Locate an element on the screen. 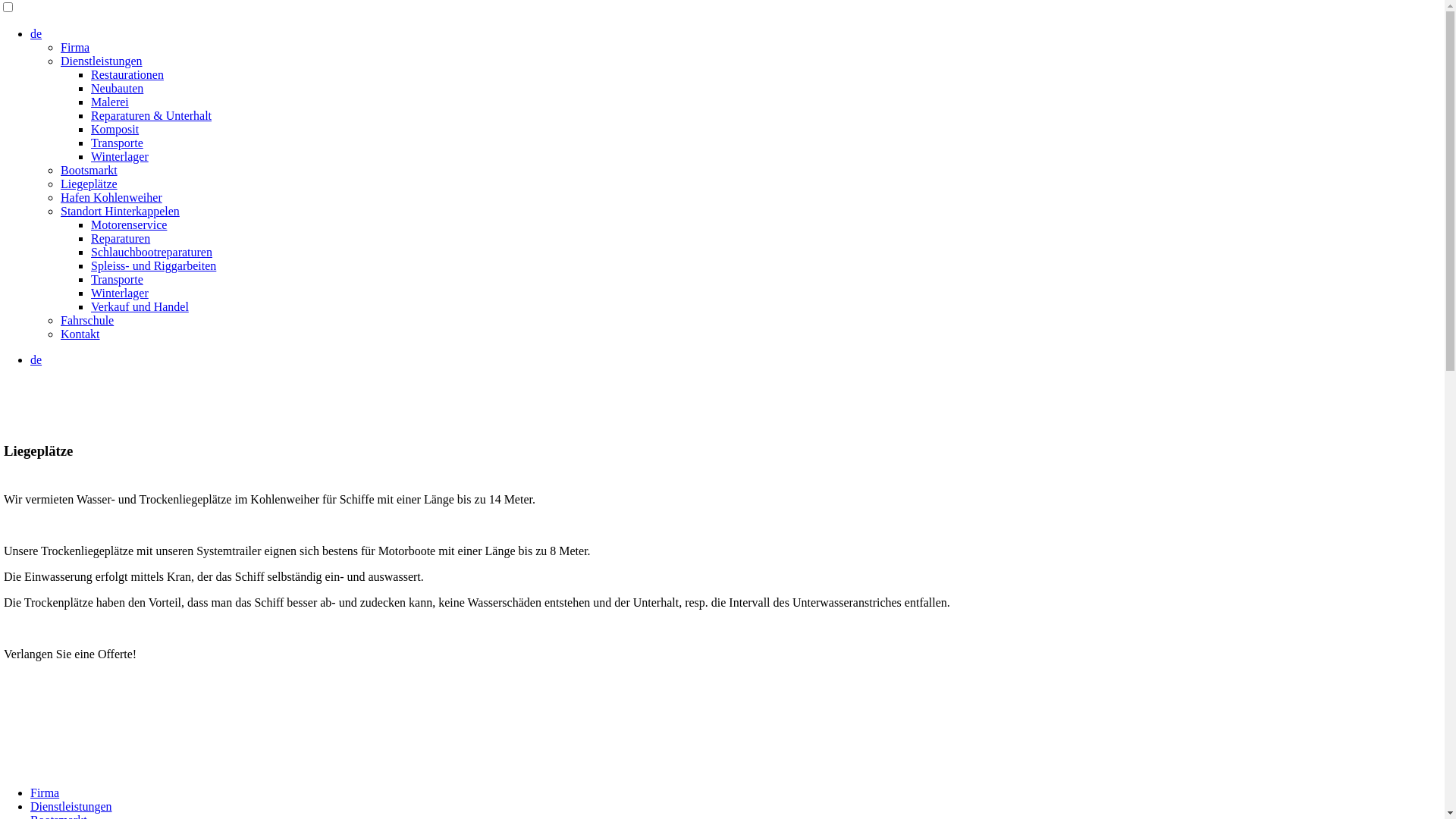 This screenshot has height=819, width=1456. 'Schlauchbootreparaturen' is located at coordinates (90, 251).